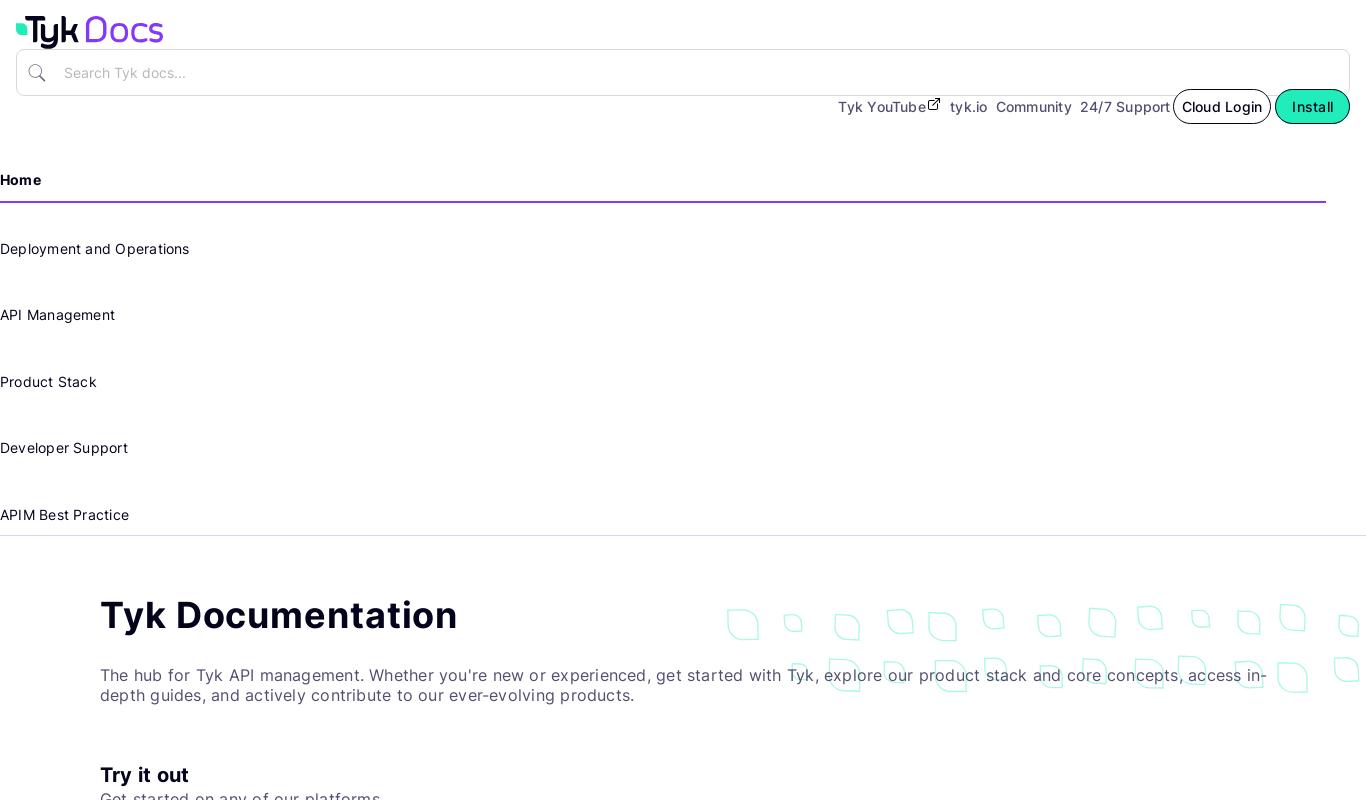 Image resolution: width=1366 pixels, height=800 pixels. Describe the element at coordinates (99, 684) in the screenshot. I see `'The hub for Tyk API management. Whether you're new or experienced, get started with Tyk, explore
                        our product stack and core concepts, access in-depth guides, and actively contribute to our
                        ever-evolving products.'` at that location.